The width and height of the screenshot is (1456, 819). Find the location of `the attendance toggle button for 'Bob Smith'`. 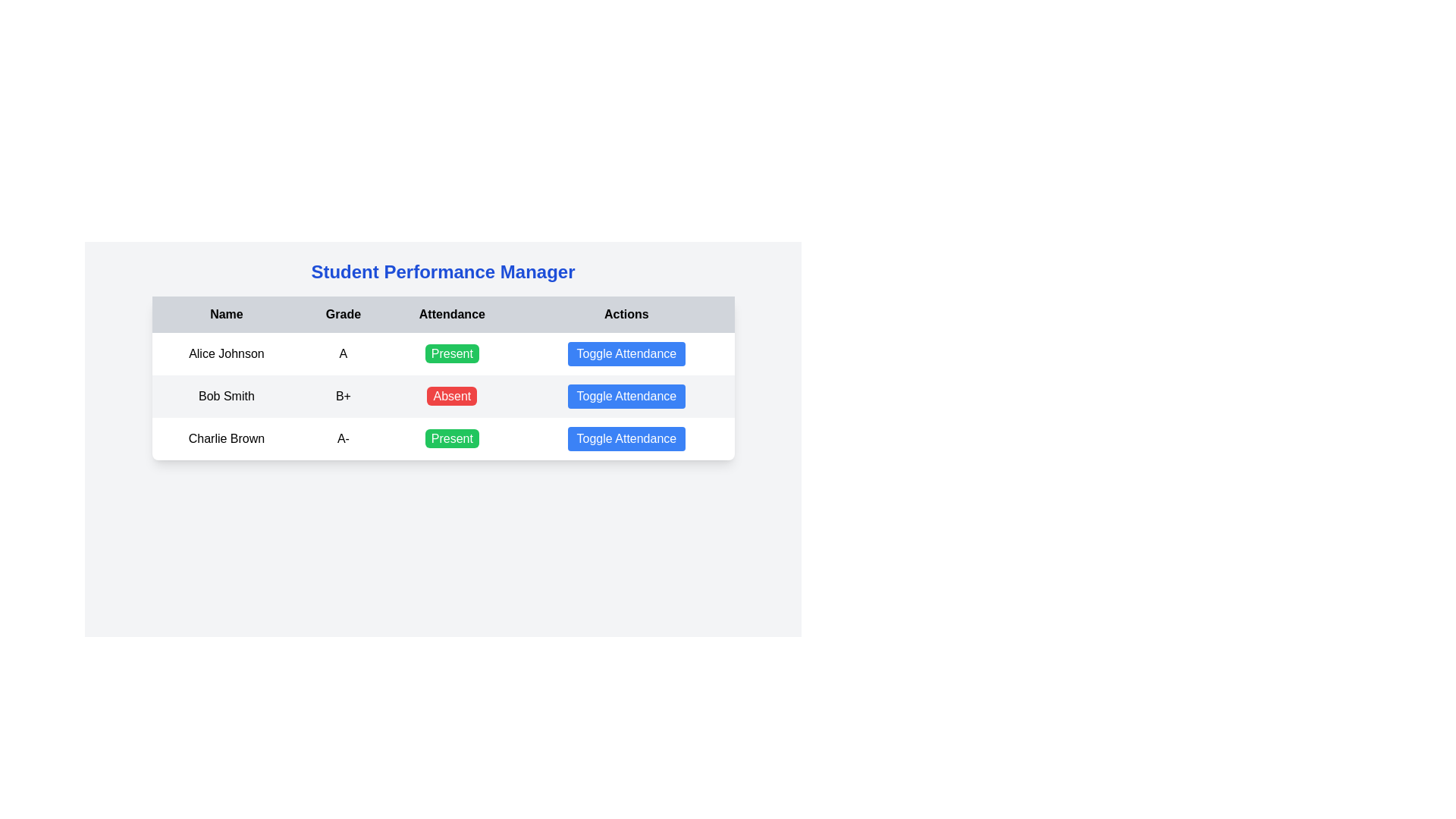

the attendance toggle button for 'Bob Smith' is located at coordinates (626, 396).